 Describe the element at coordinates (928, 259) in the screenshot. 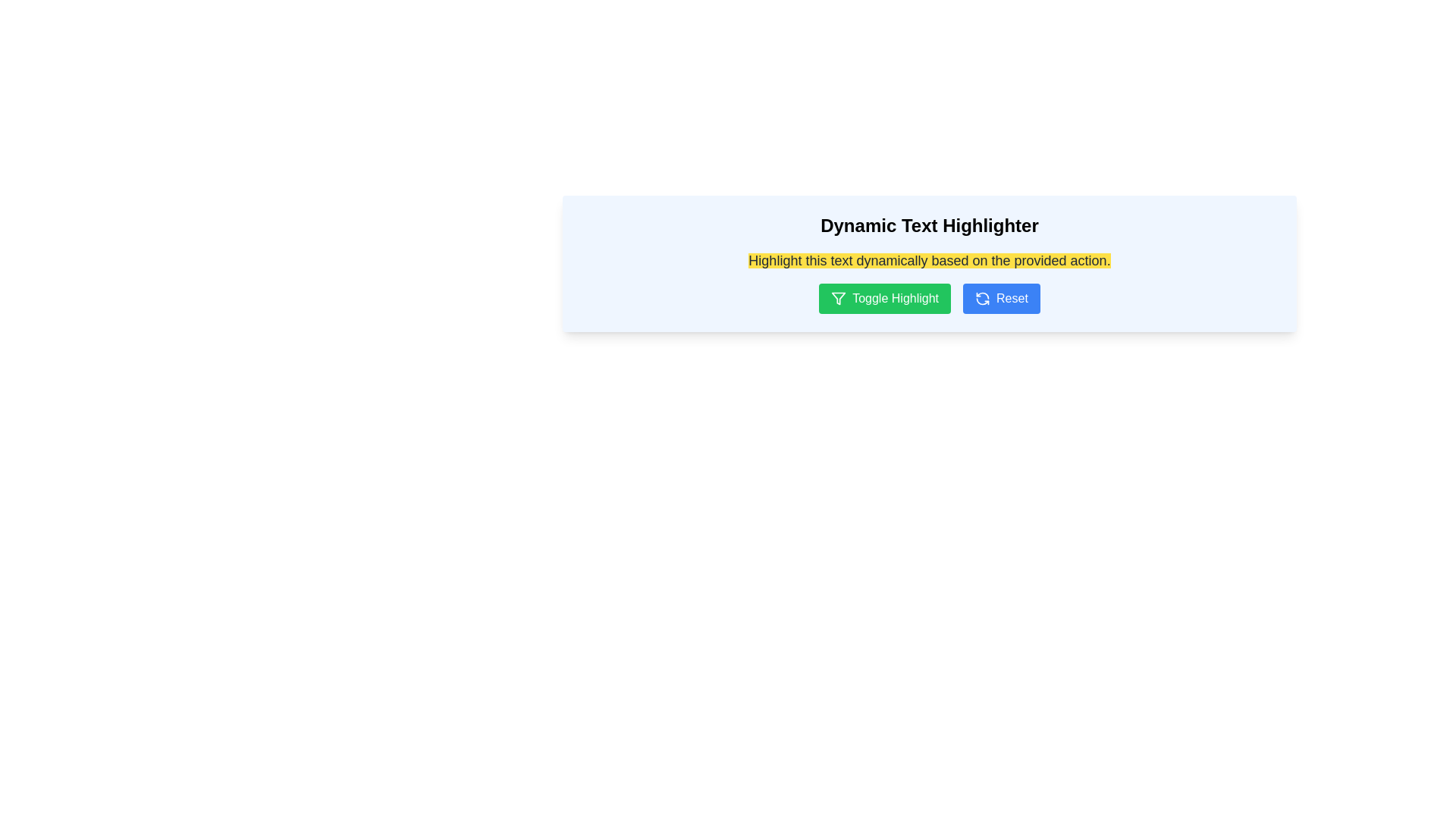

I see `the highlighted text that reads 'Highlight this text dynamically based on the provided action.' located beneath the header 'Dynamic Text Highlighter'` at that location.